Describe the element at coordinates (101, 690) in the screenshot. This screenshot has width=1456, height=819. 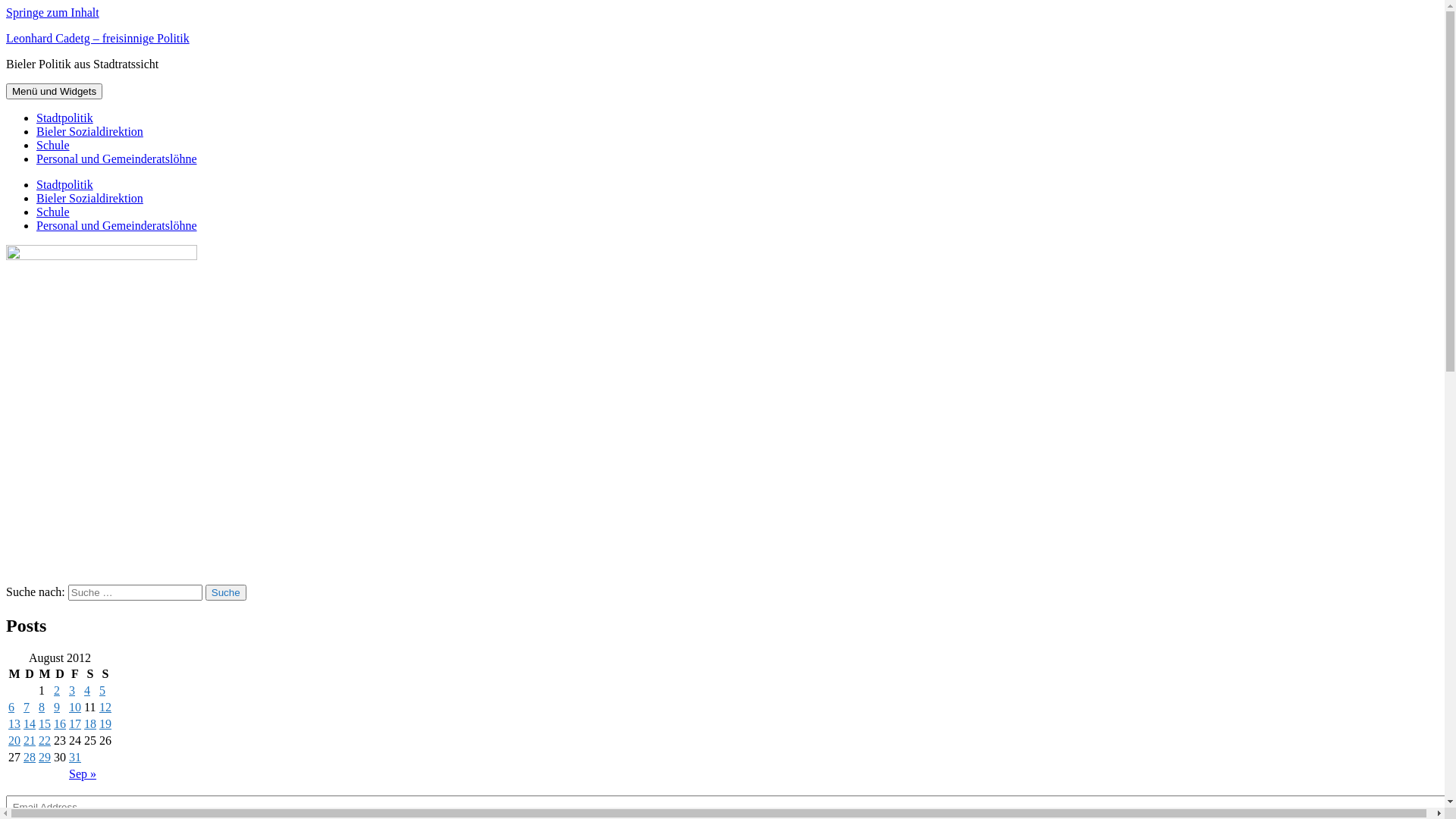
I see `'5'` at that location.